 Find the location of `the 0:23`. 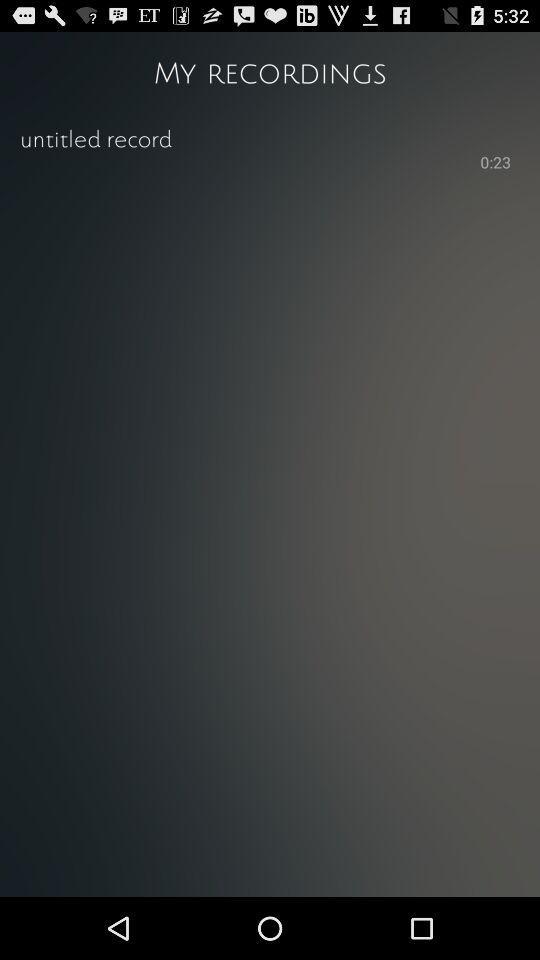

the 0:23 is located at coordinates (494, 163).